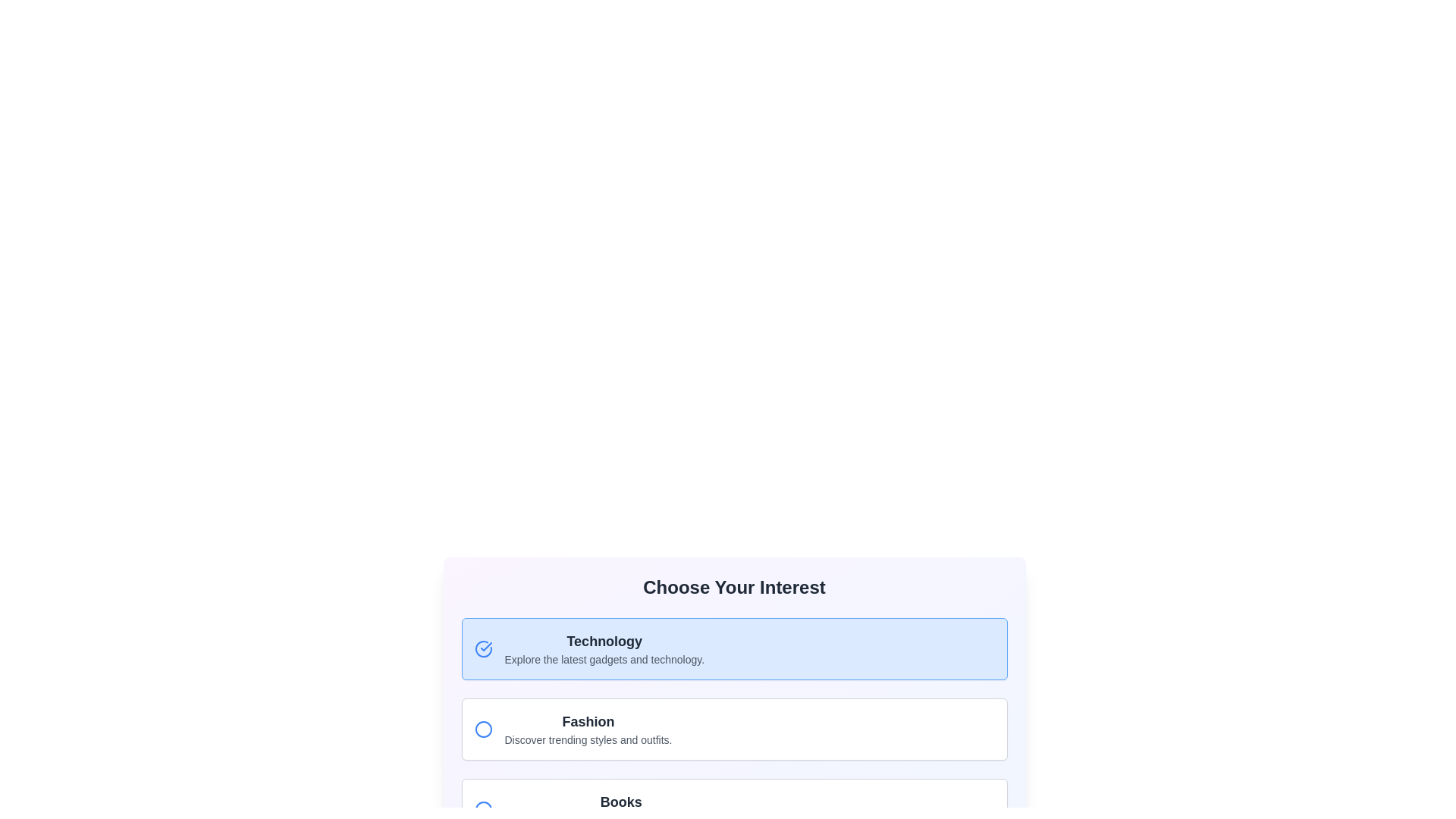  What do you see at coordinates (482, 809) in the screenshot?
I see `the radio button labeled 'Books'` at bounding box center [482, 809].